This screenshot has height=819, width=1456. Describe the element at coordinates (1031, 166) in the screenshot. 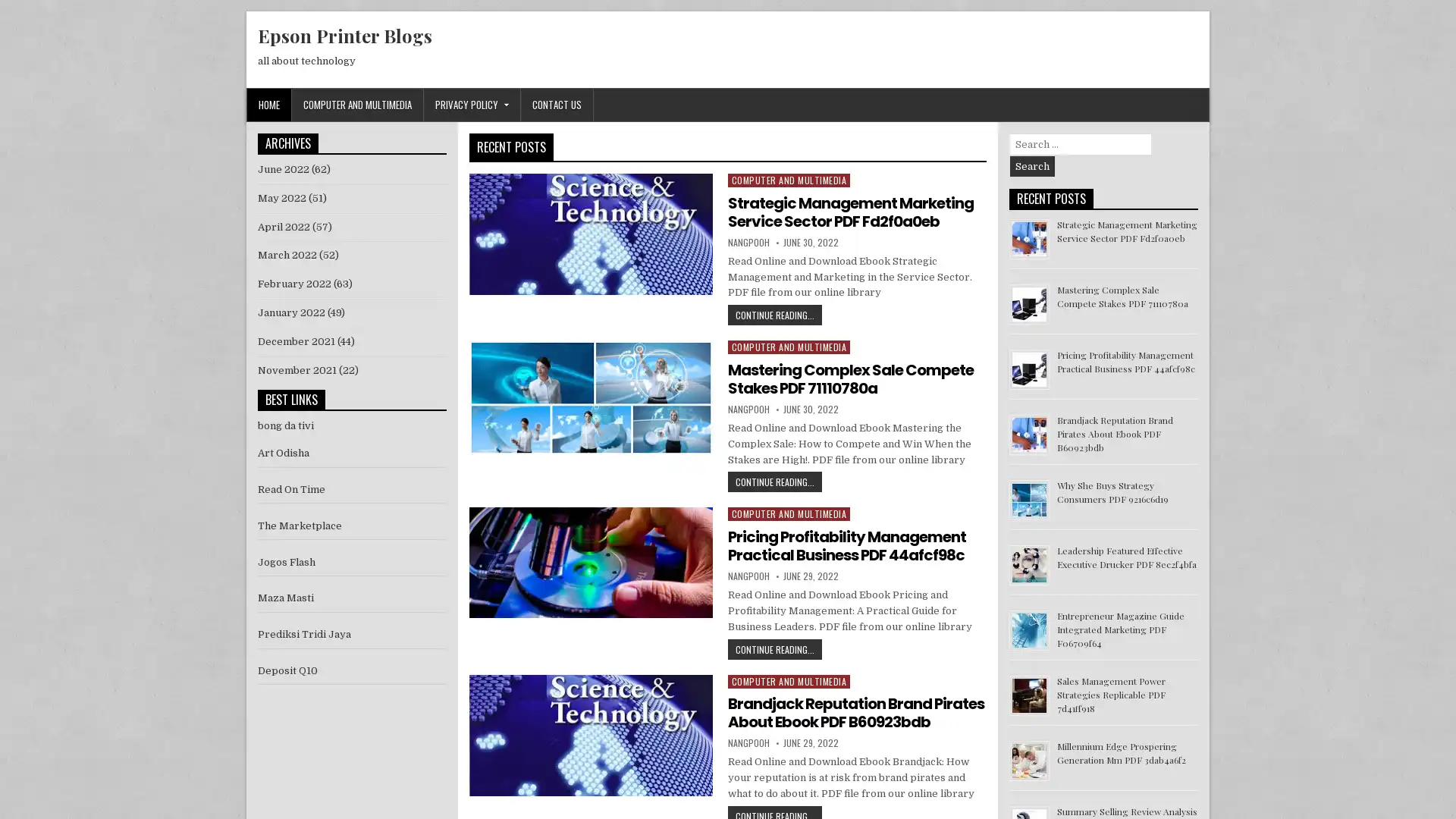

I see `Search` at that location.